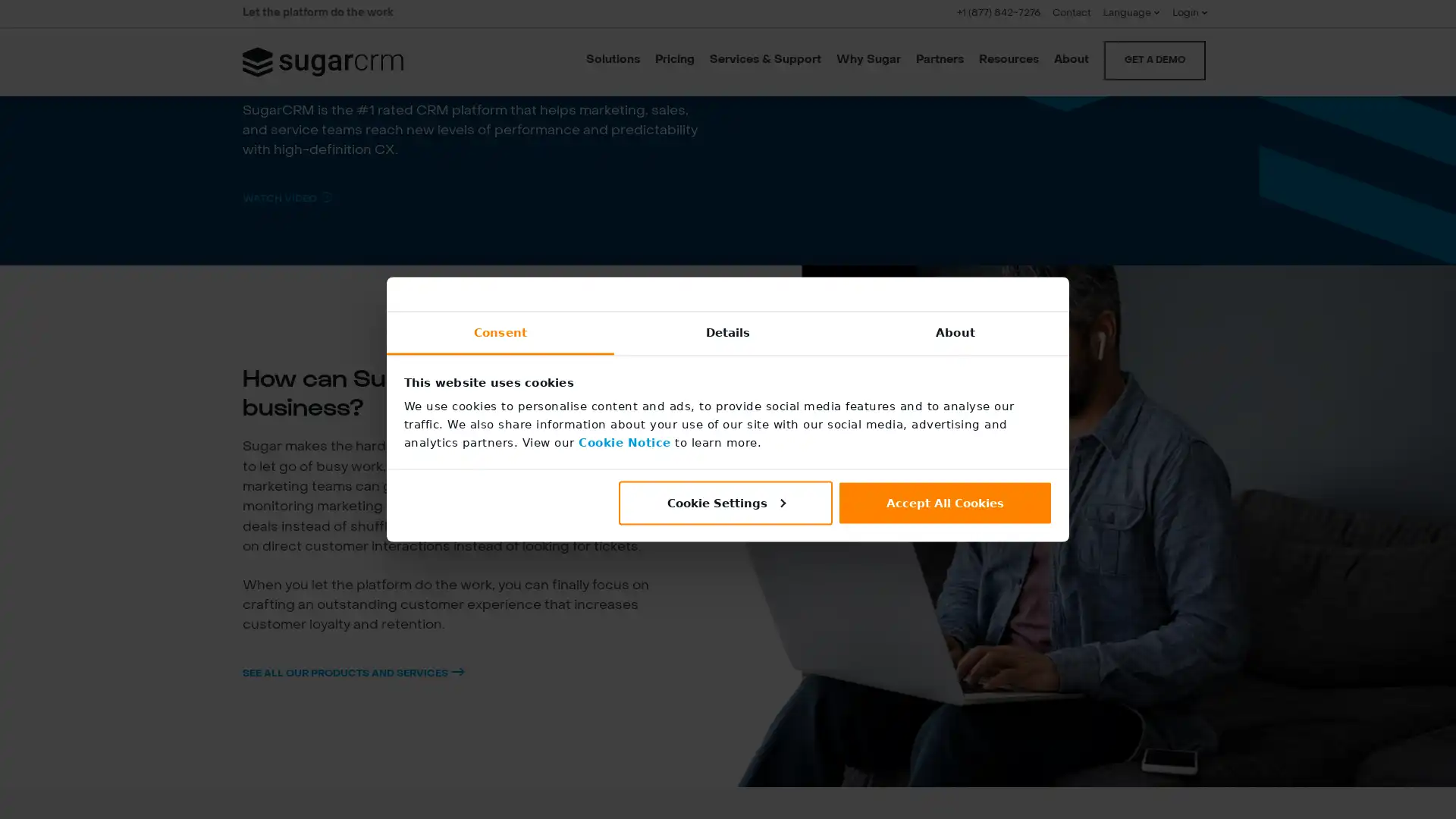 This screenshot has width=1456, height=819. I want to click on Accept All Cookies, so click(944, 503).